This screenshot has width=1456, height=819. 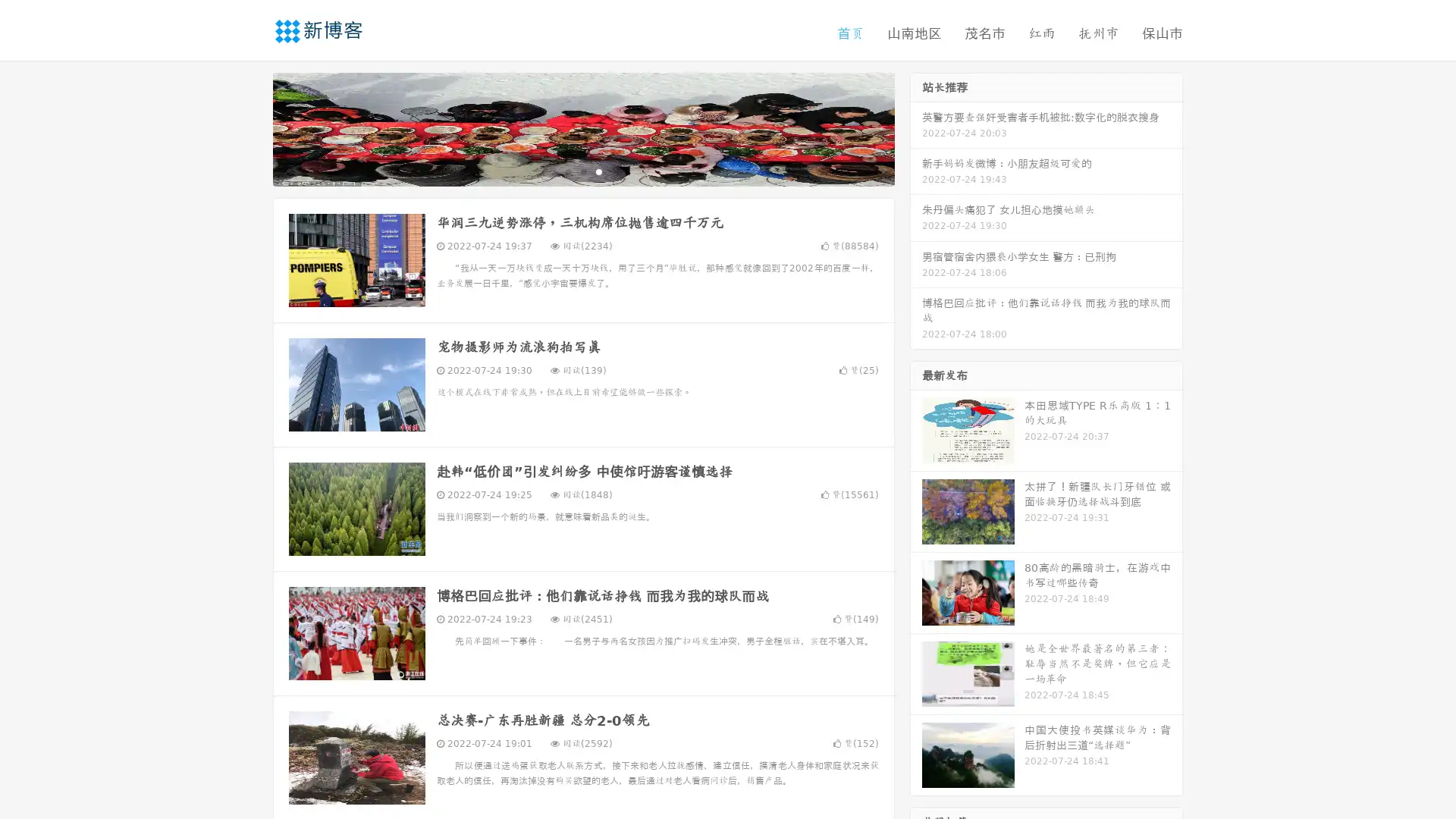 What do you see at coordinates (598, 171) in the screenshot?
I see `Go to slide 3` at bounding box center [598, 171].